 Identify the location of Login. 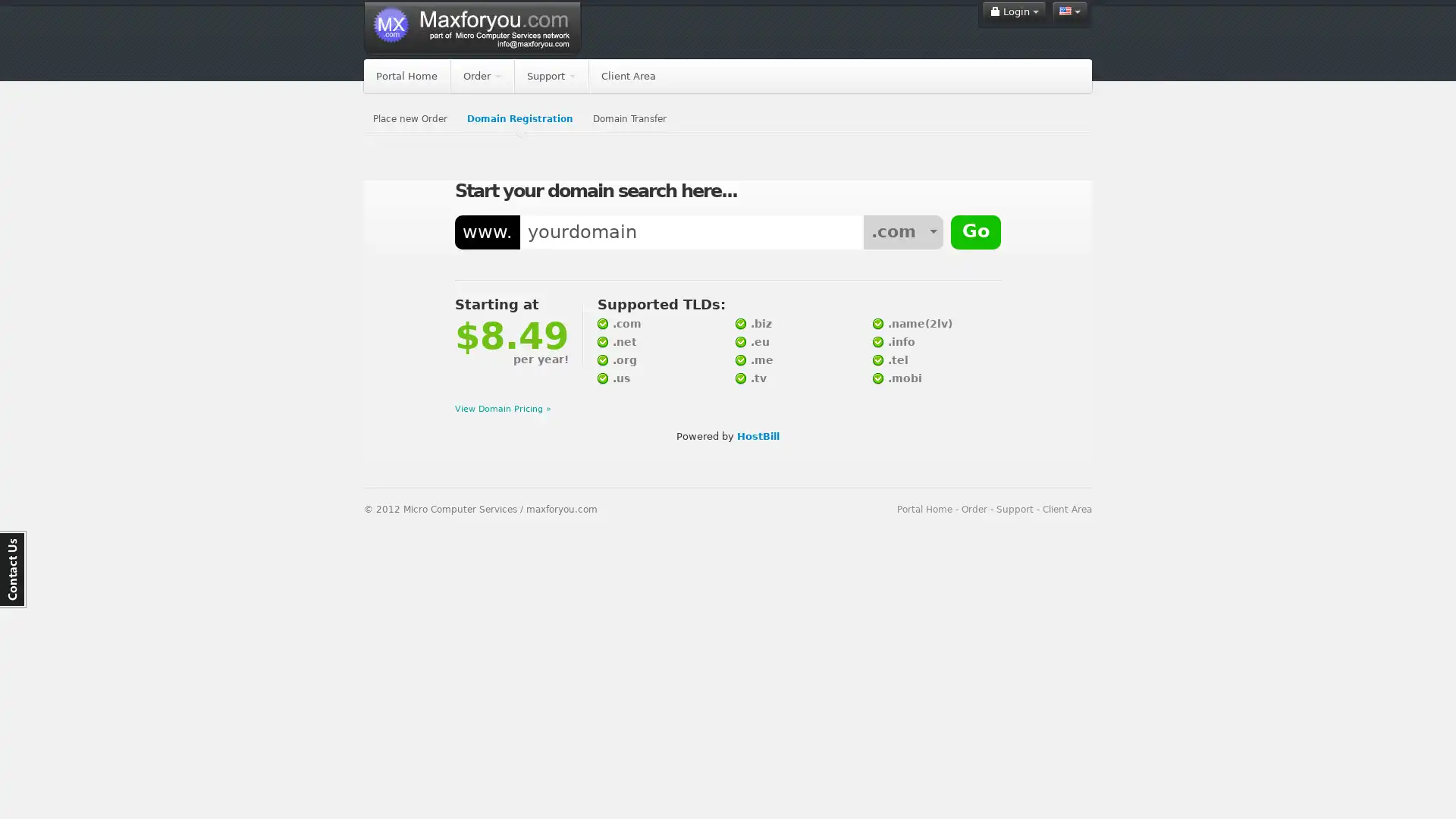
(1014, 11).